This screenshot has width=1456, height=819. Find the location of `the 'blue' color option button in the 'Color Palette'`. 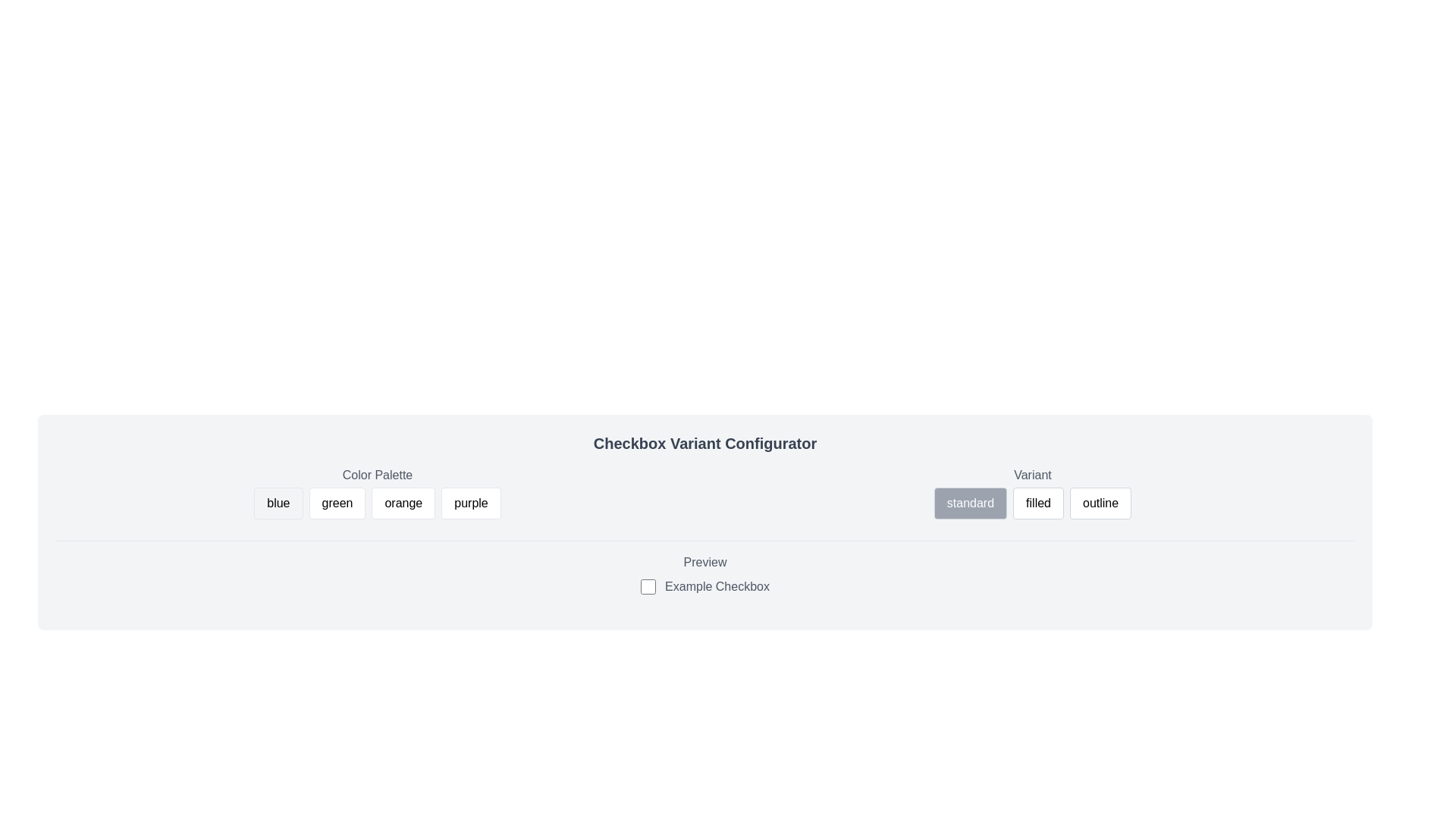

the 'blue' color option button in the 'Color Palette' is located at coordinates (278, 503).